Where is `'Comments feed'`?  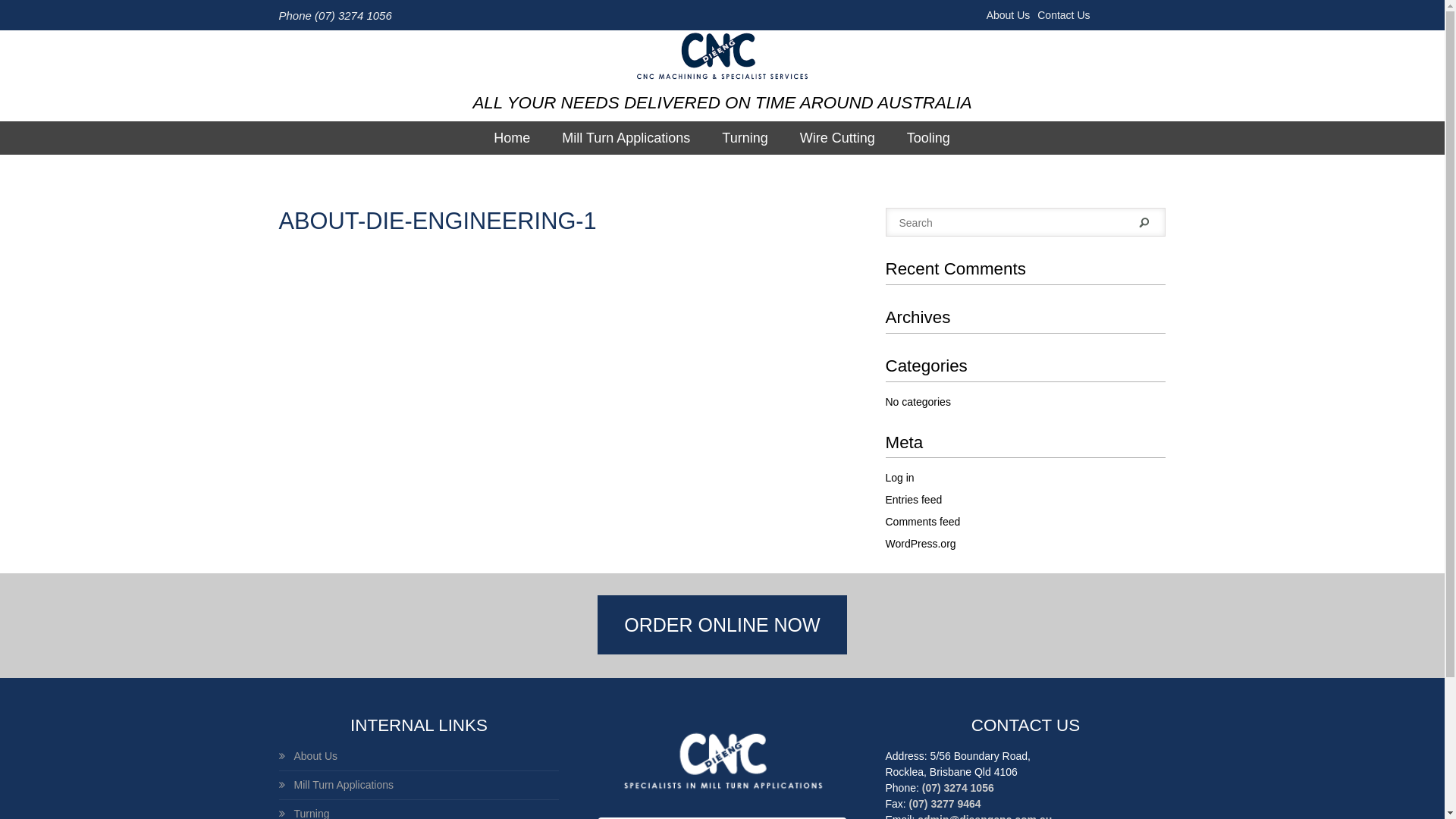 'Comments feed' is located at coordinates (922, 520).